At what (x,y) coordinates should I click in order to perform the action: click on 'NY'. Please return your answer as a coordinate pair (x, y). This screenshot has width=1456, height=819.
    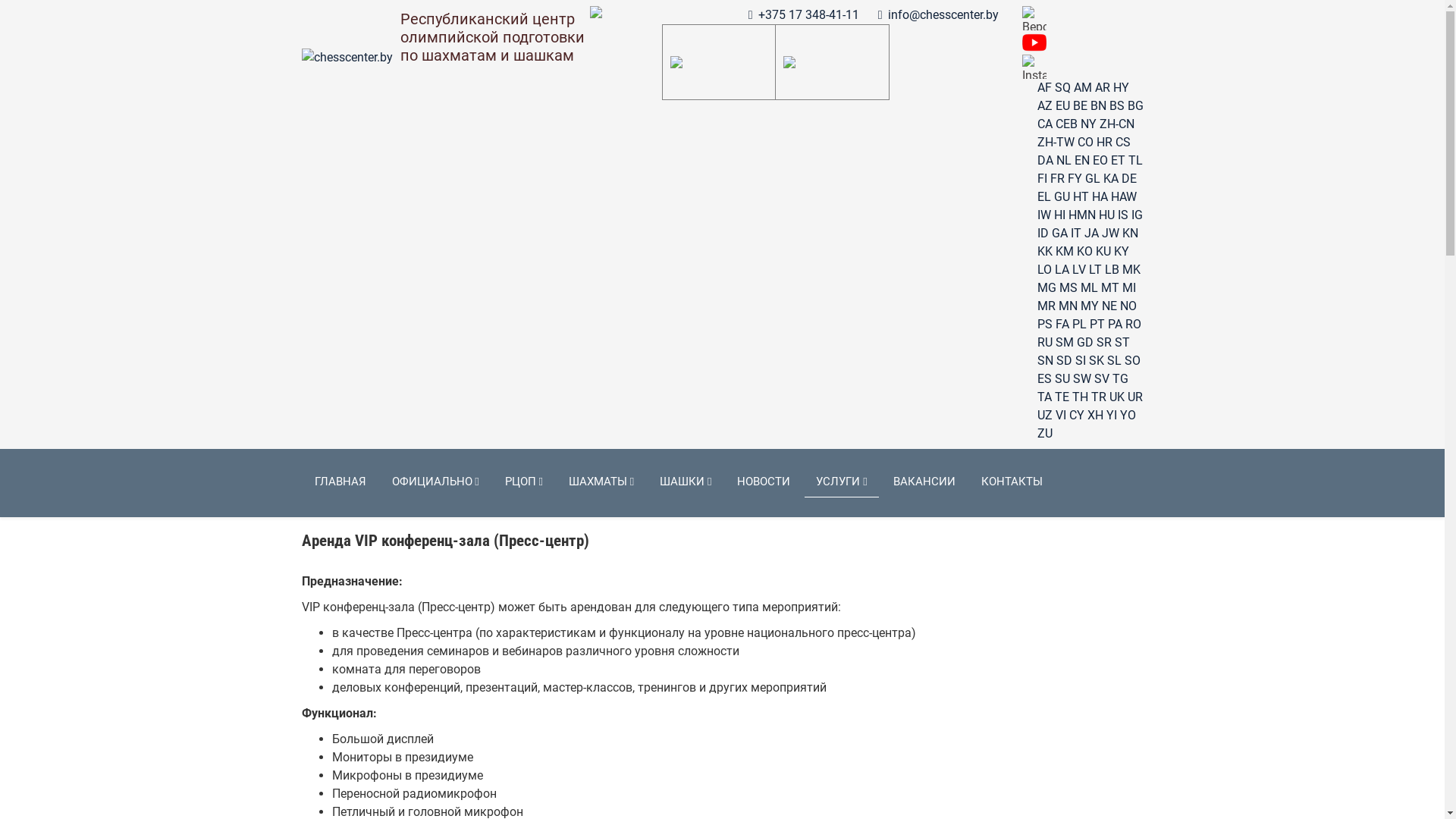
    Looking at the image, I should click on (1087, 123).